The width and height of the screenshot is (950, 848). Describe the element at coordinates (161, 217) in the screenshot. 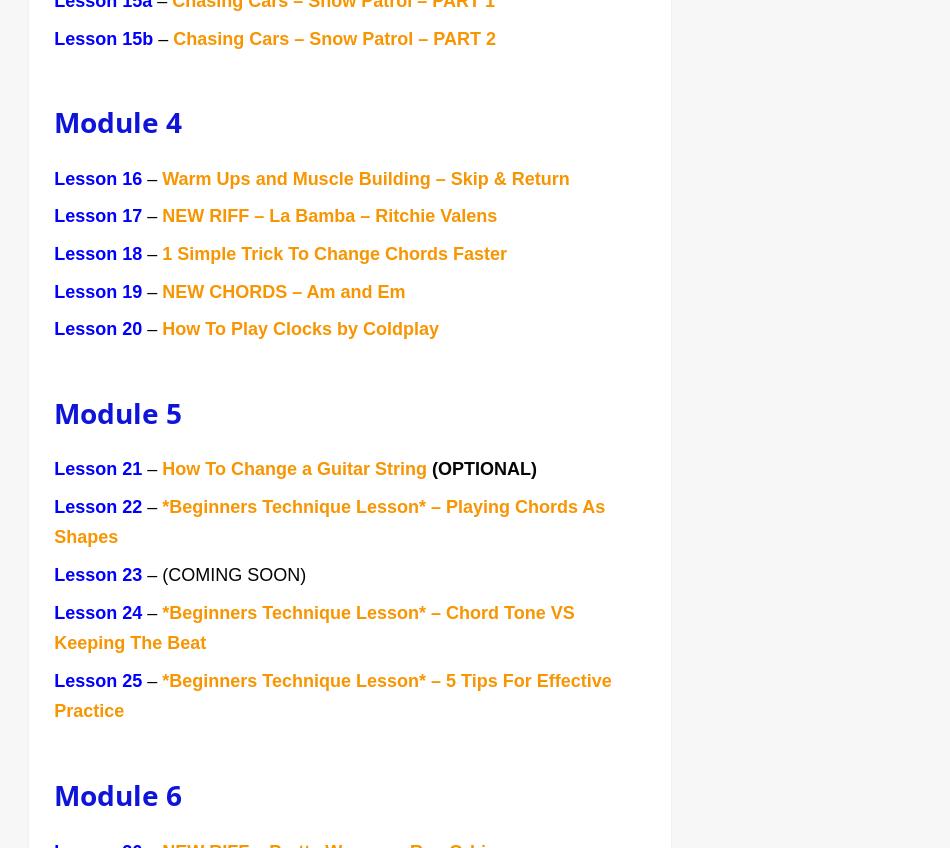

I see `'NEW RIFF – La Bamba – Ritchie Valens'` at that location.